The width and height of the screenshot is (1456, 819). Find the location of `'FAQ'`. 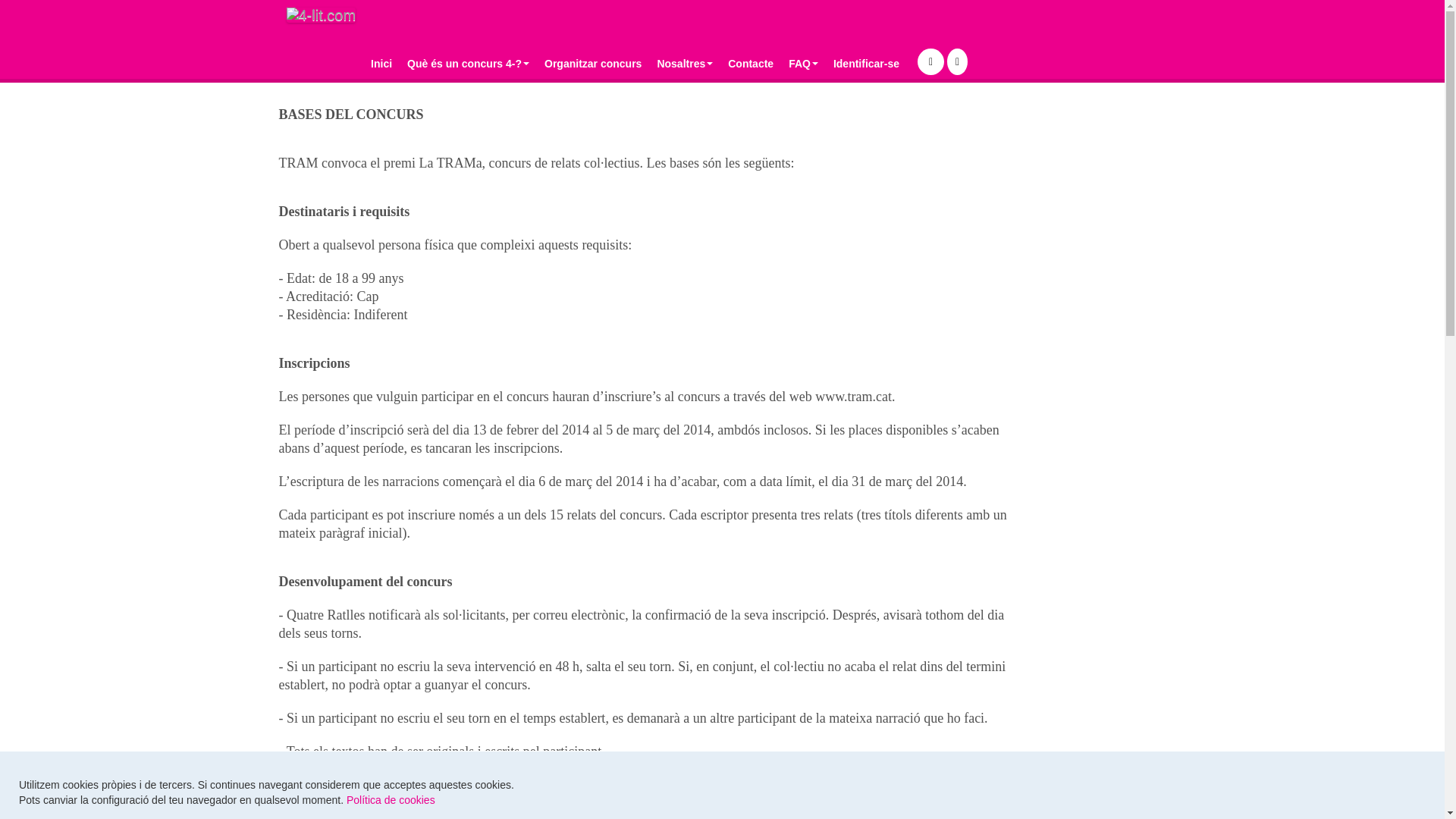

'FAQ' is located at coordinates (802, 63).